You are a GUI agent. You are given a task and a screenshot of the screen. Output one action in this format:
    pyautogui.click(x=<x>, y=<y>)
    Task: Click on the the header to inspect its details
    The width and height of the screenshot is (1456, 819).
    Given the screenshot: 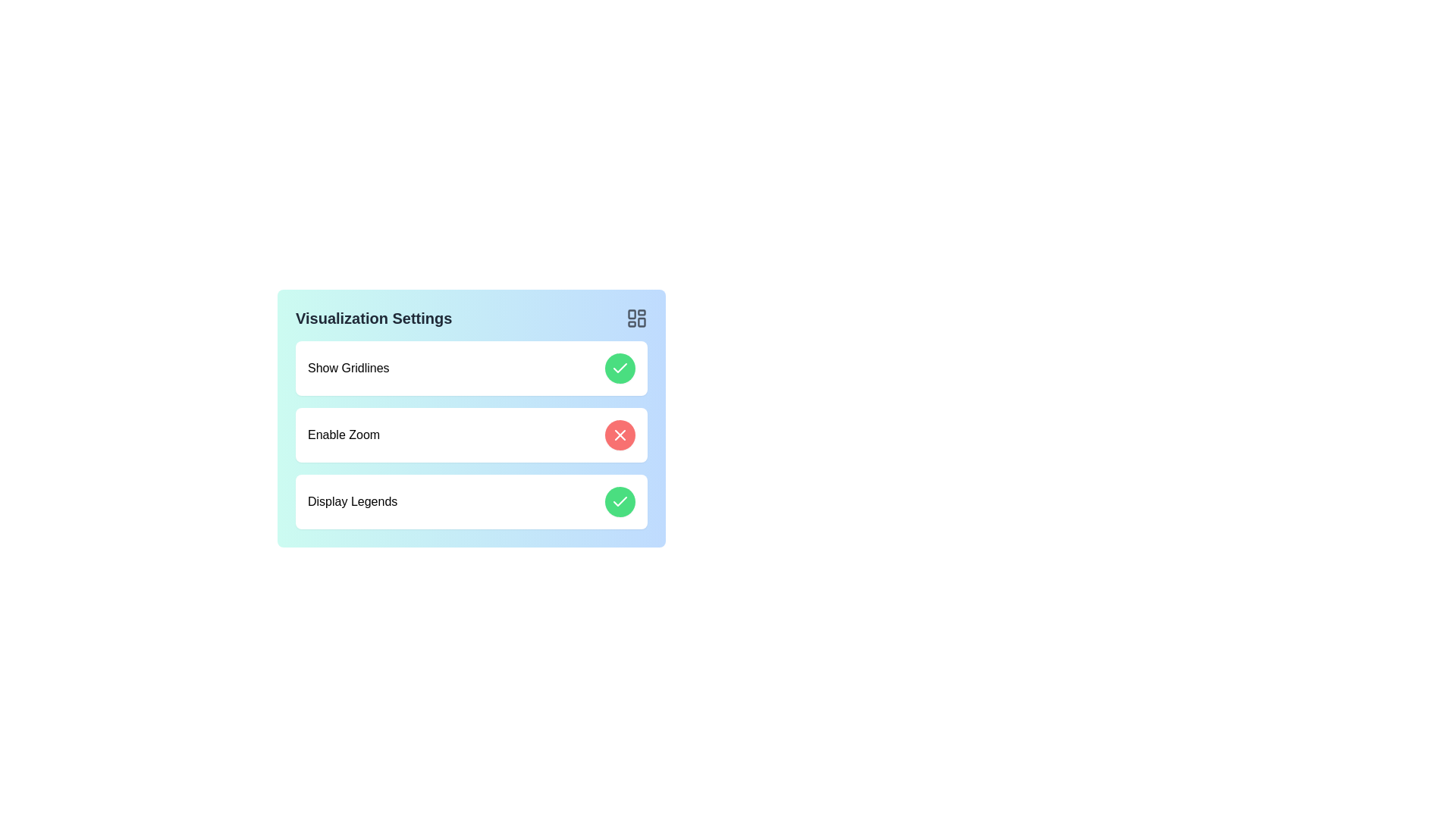 What is the action you would take?
    pyautogui.click(x=471, y=318)
    